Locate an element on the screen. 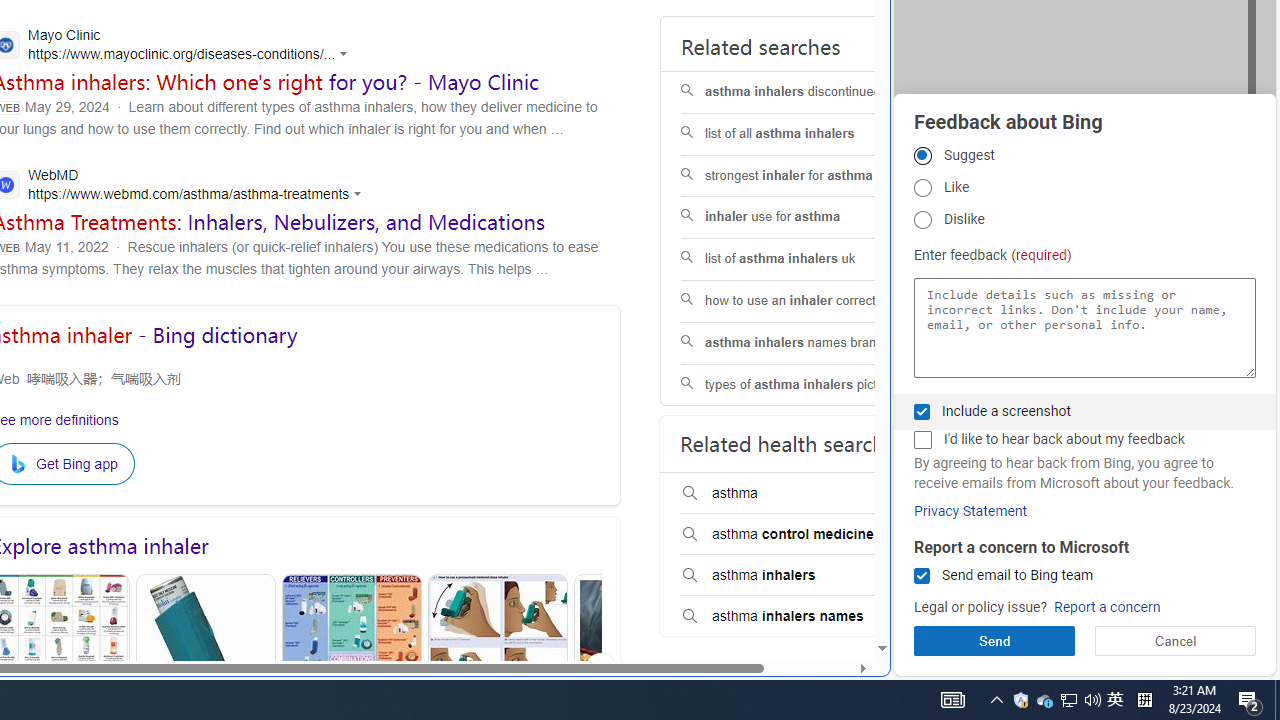 The height and width of the screenshot is (720, 1280). 'types of asthma inhalers pictures' is located at coordinates (807, 385).